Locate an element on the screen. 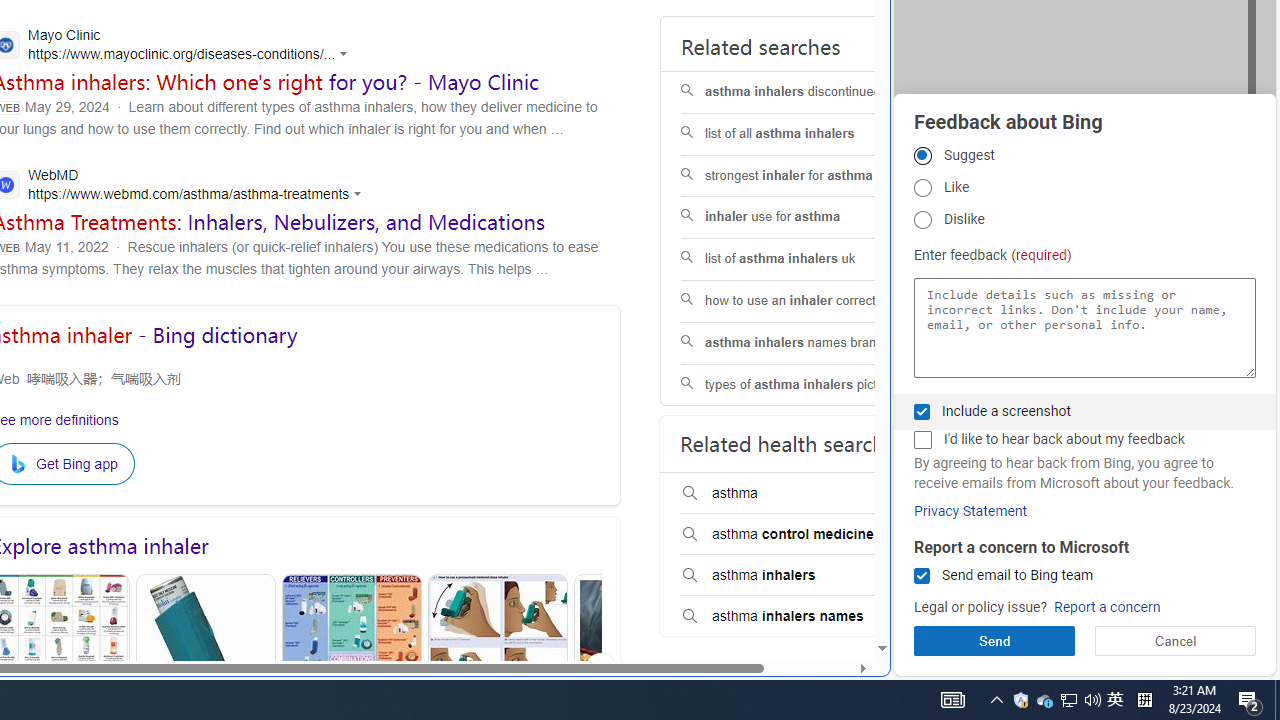 The height and width of the screenshot is (720, 1280). 'types of asthma inhalers pictures' is located at coordinates (807, 385).